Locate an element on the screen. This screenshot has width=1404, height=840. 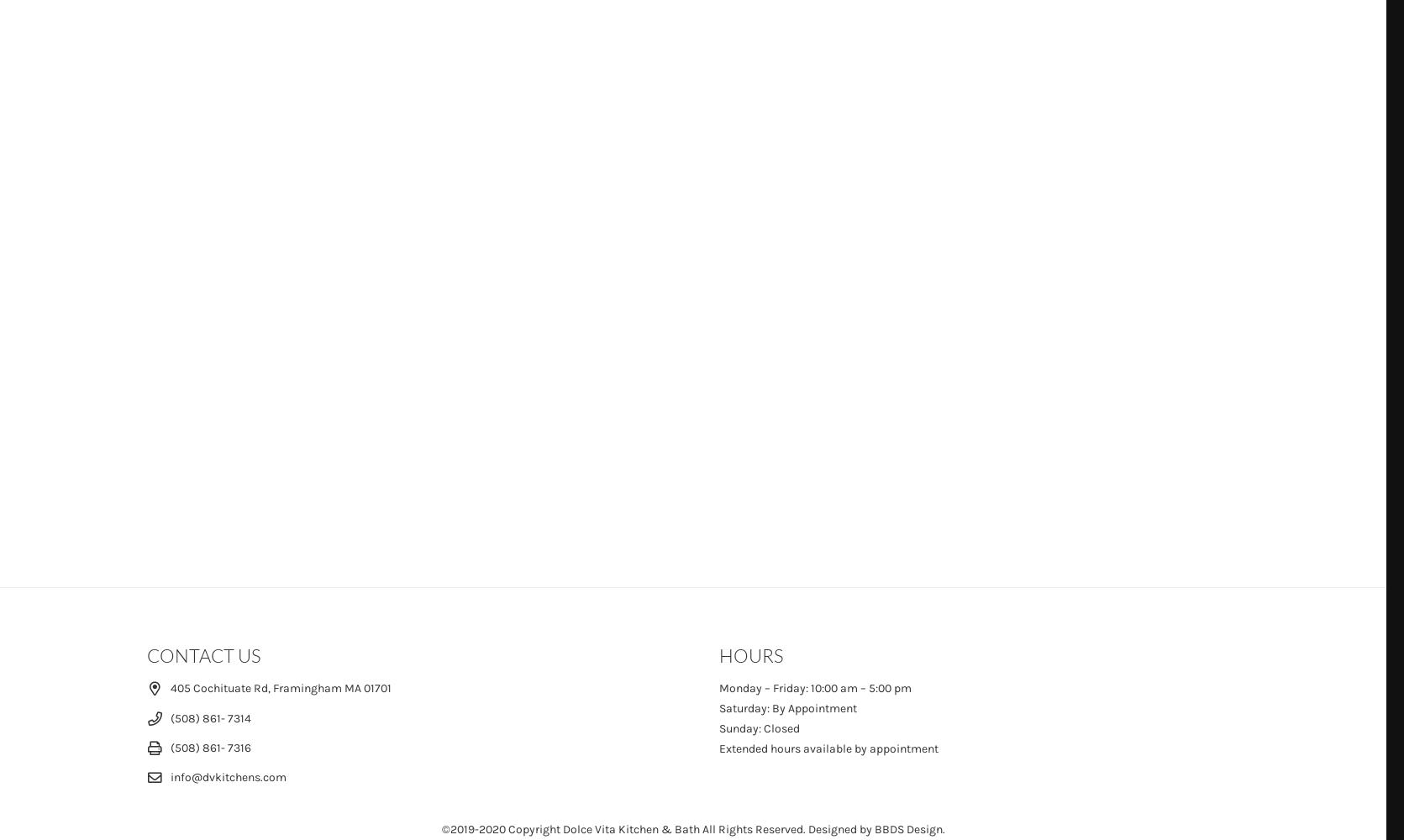
'Monday – Friday: 10:00 am – 5:00 pm' is located at coordinates (815, 687).